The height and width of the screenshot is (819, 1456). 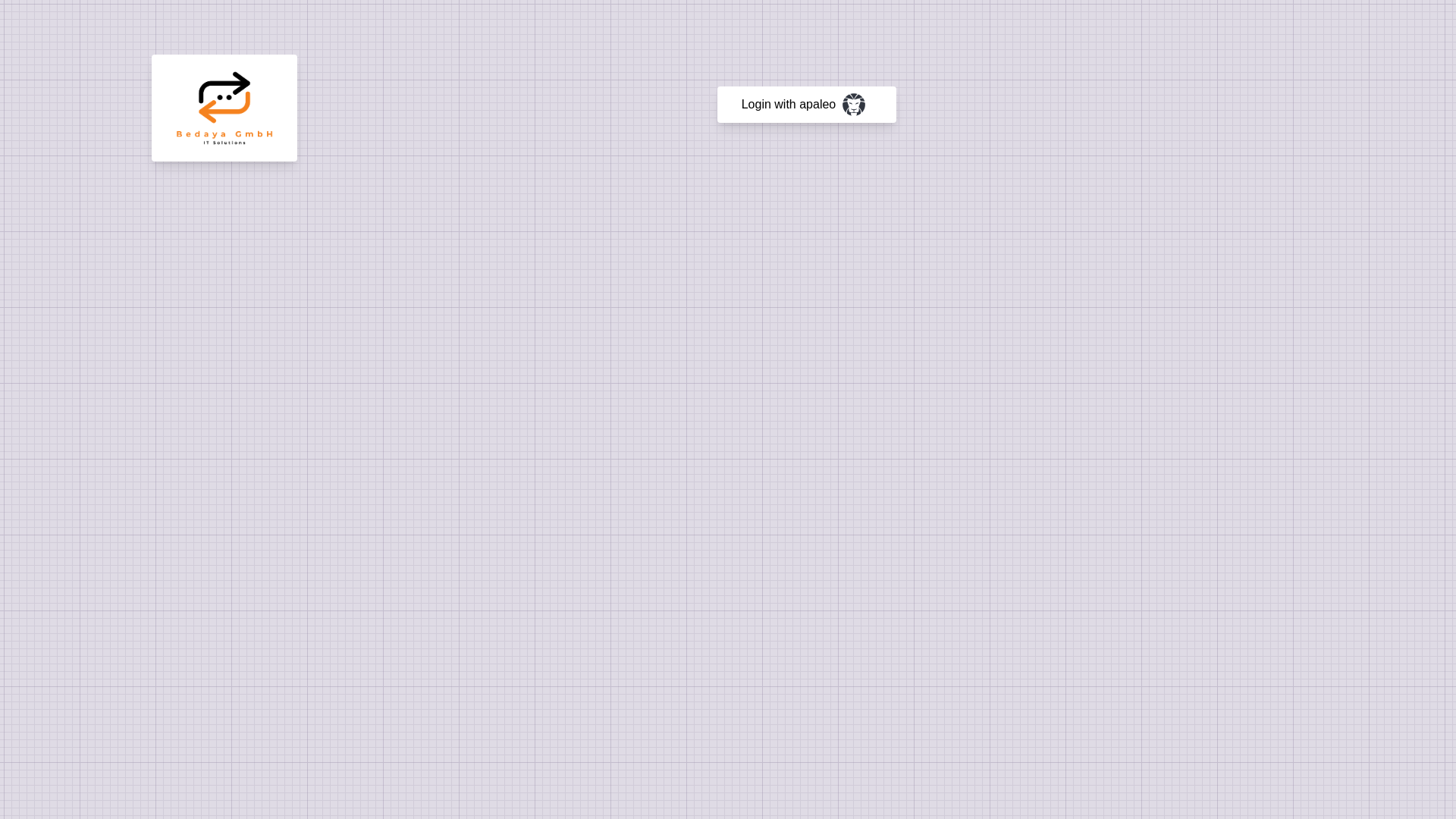 What do you see at coordinates (806, 104) in the screenshot?
I see `'Login with apaleo'` at bounding box center [806, 104].